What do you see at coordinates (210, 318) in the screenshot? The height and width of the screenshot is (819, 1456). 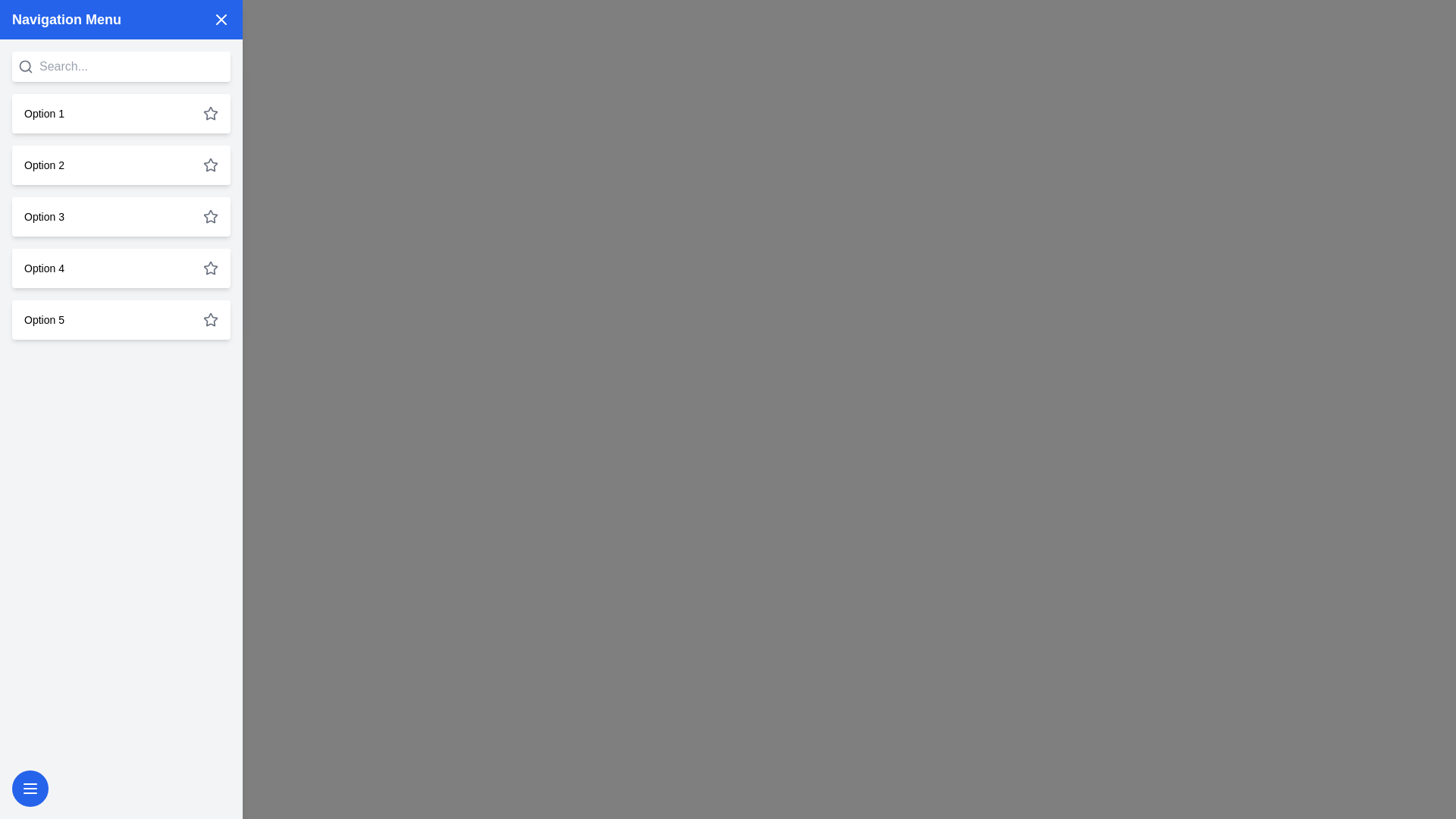 I see `the star-shaped icon with a gray outline located to the right of the 'Option 5' row in the navigation menu` at bounding box center [210, 318].